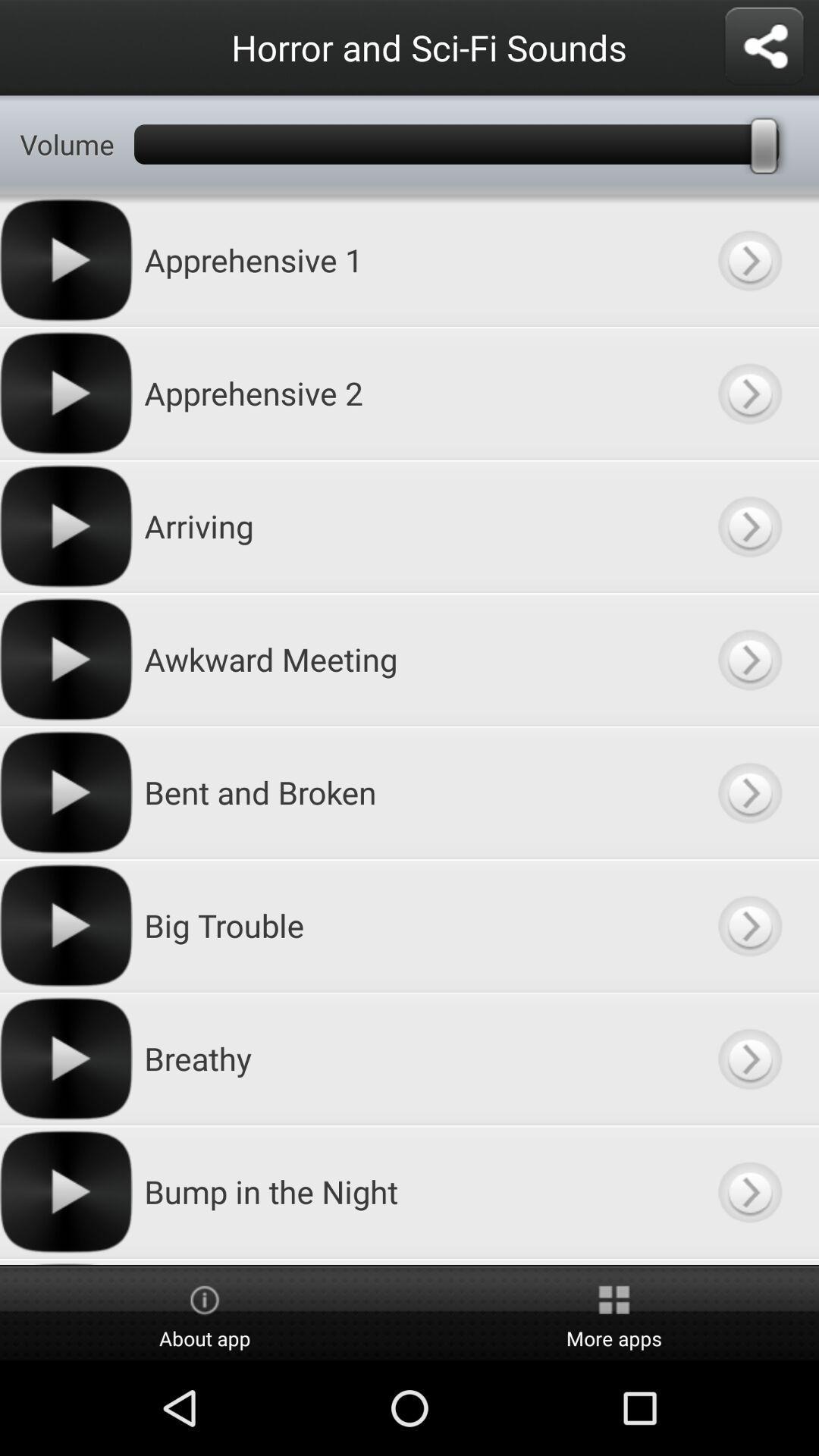 The width and height of the screenshot is (819, 1456). I want to click on category, so click(748, 260).